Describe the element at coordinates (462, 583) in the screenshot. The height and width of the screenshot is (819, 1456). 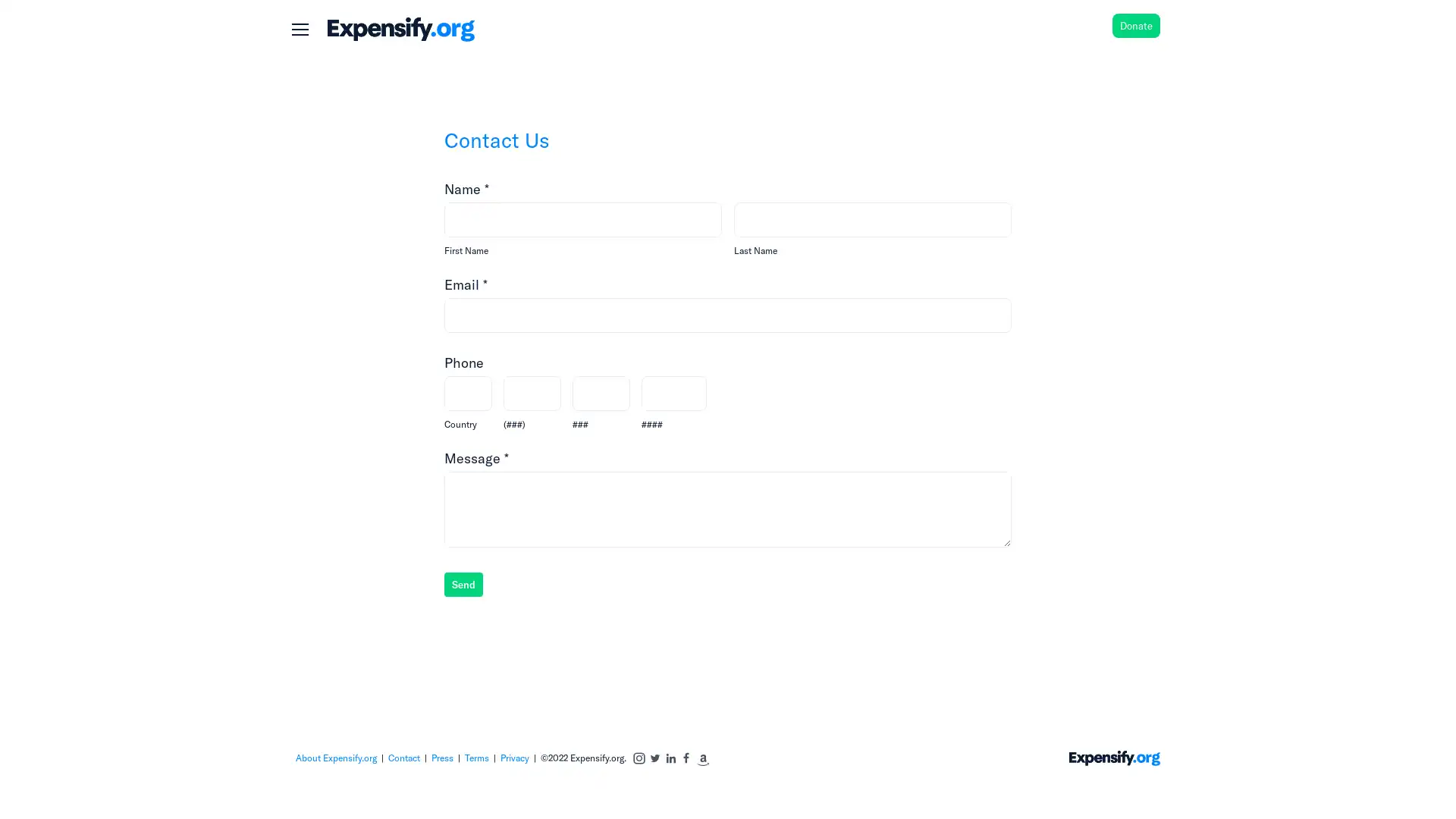
I see `Send` at that location.